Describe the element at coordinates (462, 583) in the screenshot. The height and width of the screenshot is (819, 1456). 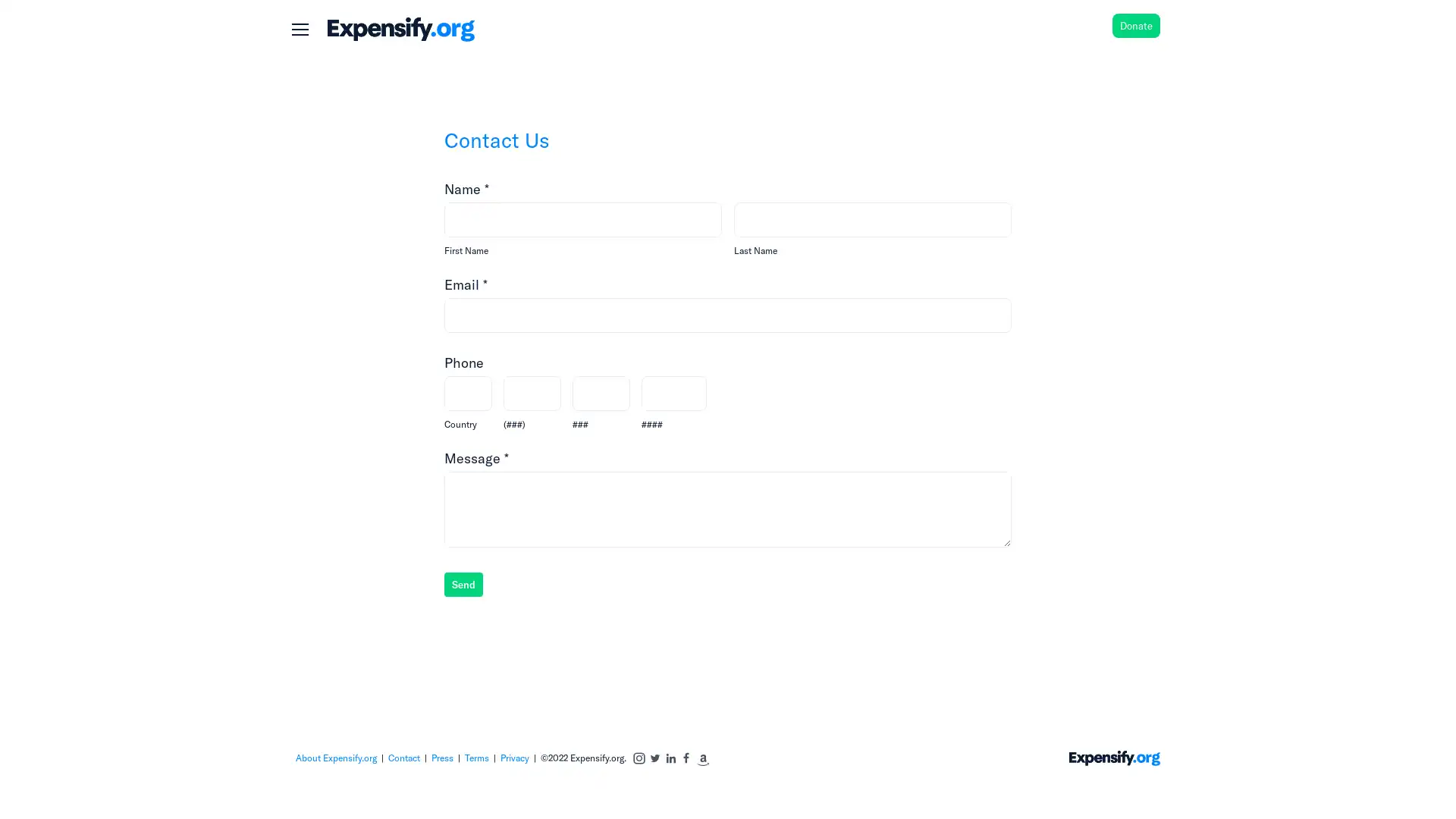
I see `Send` at that location.